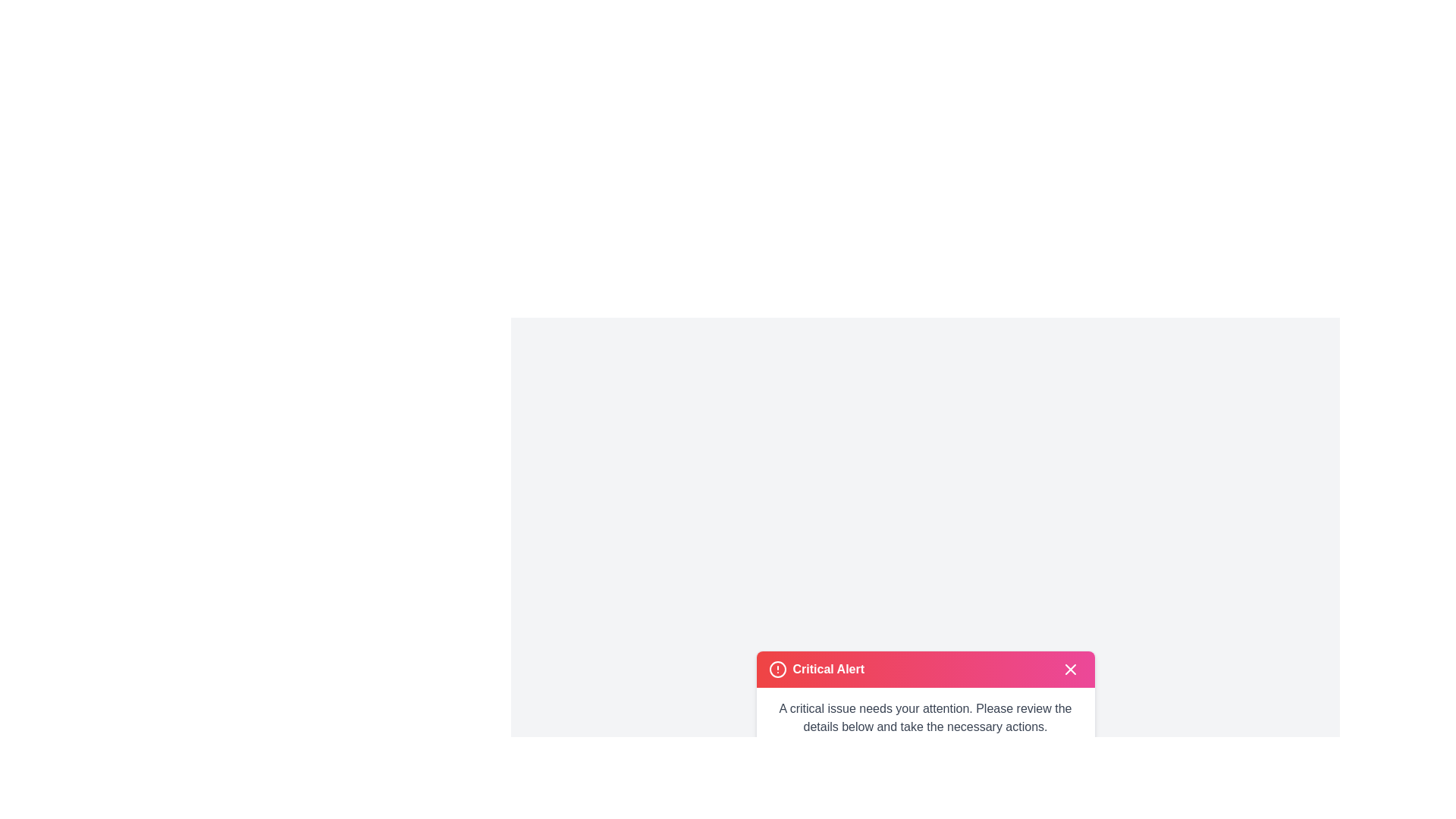 This screenshot has height=819, width=1456. What do you see at coordinates (924, 717) in the screenshot?
I see `the informational text block that provides details about a critical issue, located beneath the 'Critical Alert' header and above the action buttons` at bounding box center [924, 717].